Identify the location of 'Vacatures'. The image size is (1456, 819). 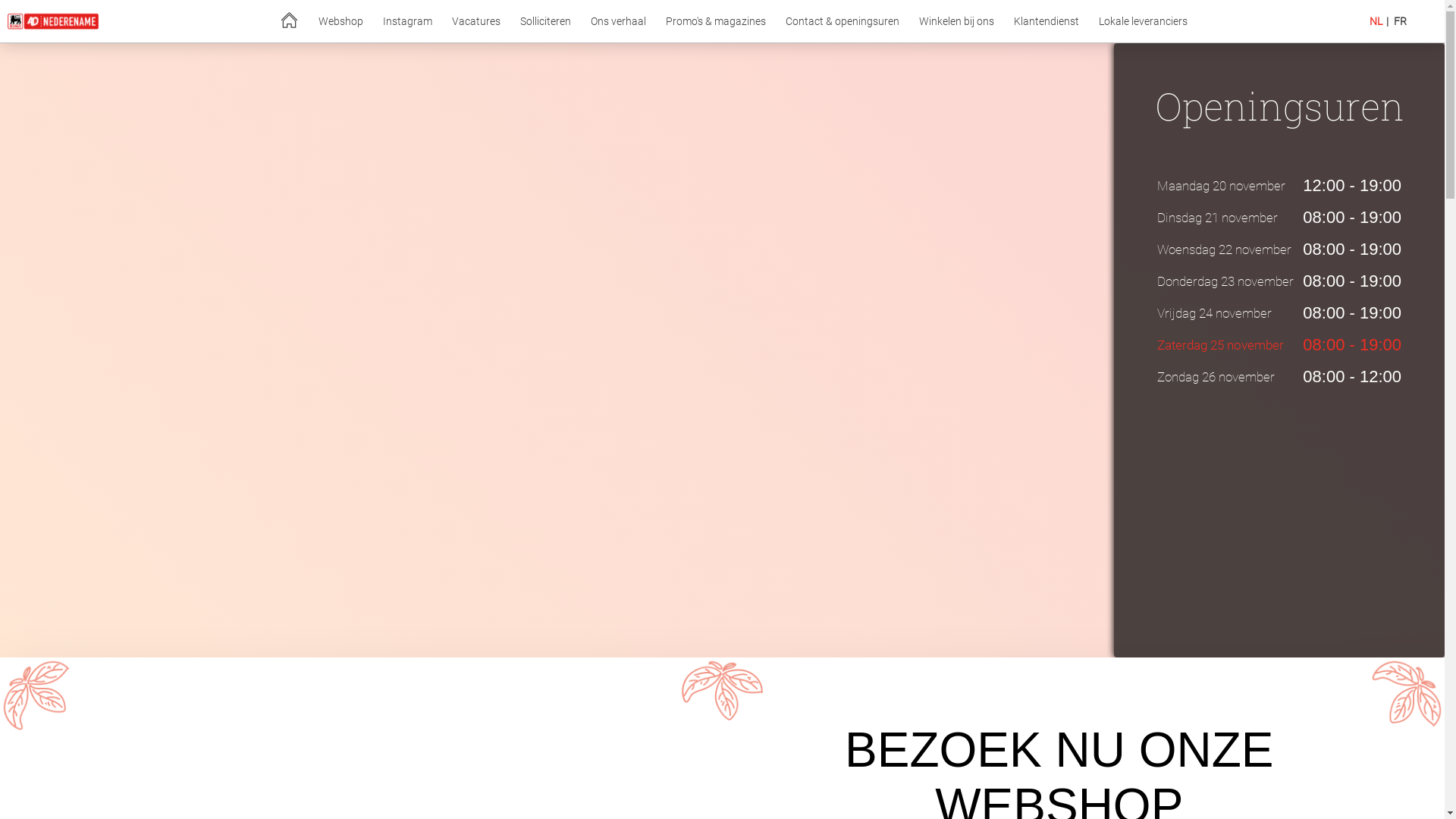
(441, 20).